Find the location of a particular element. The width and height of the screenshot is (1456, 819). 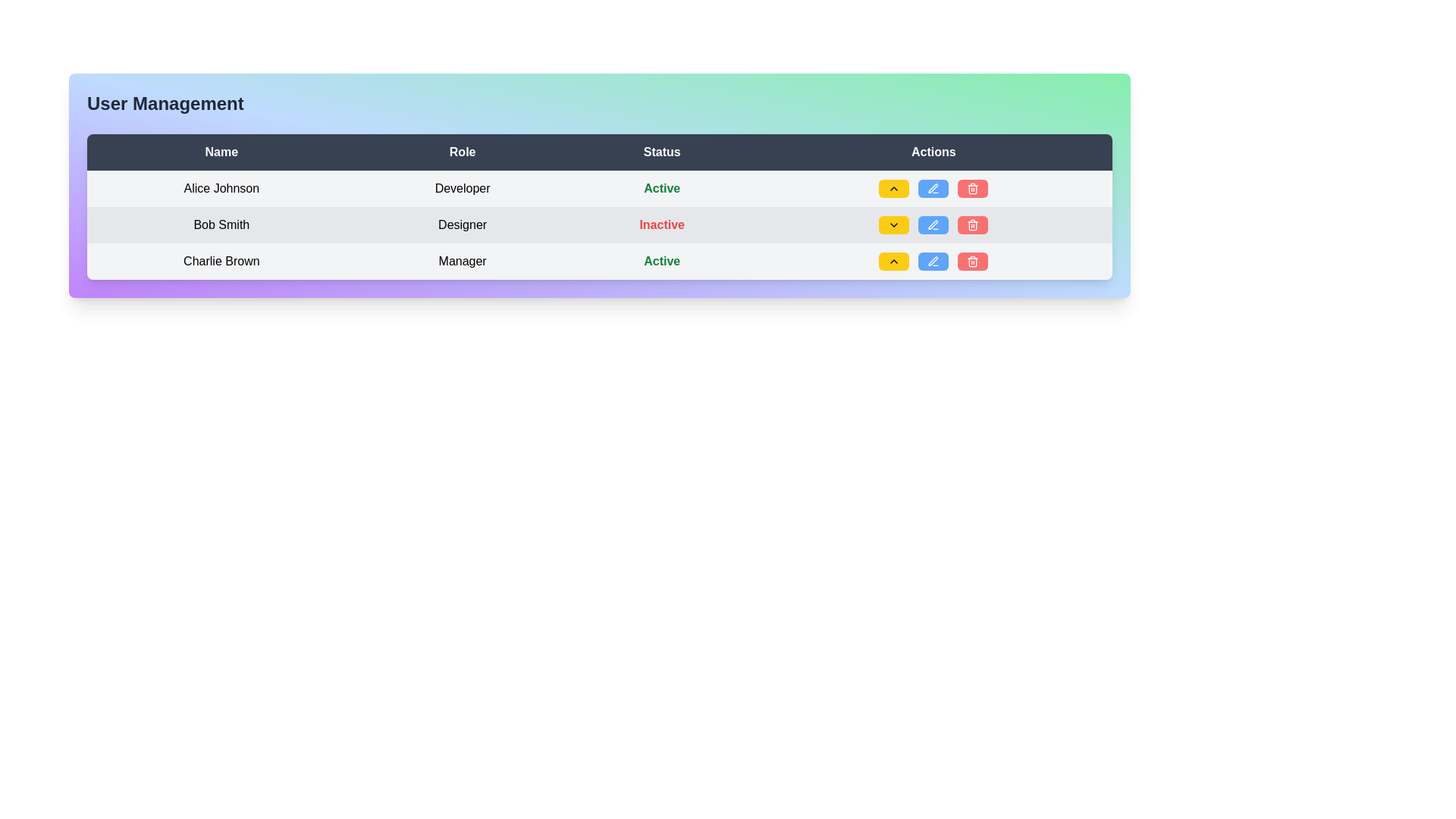

the text label displaying 'Active' in green, which is located in the 'Status' column of the first row corresponding to user 'Alice Johnson' is located at coordinates (662, 188).